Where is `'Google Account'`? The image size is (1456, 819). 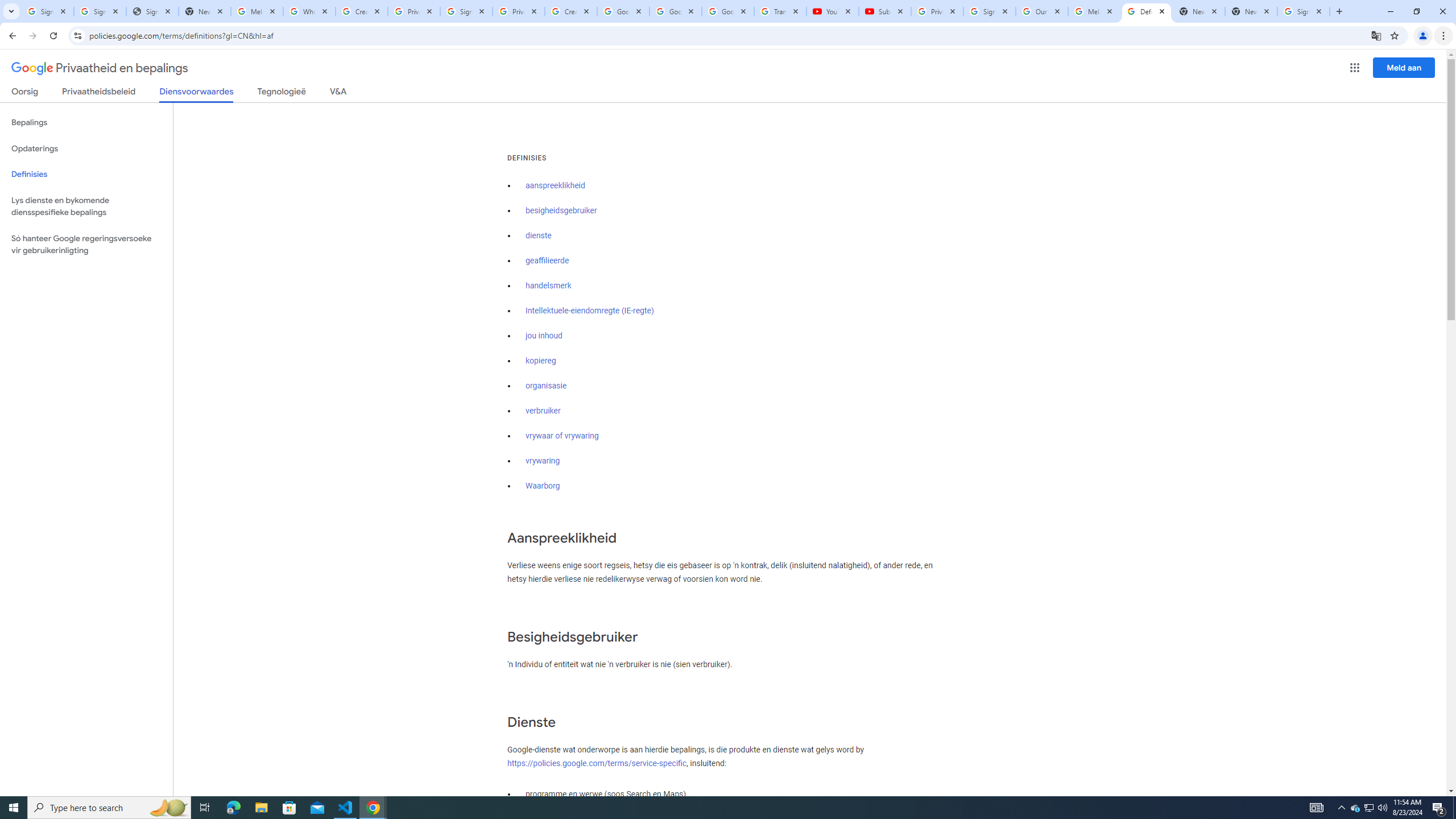 'Google Account' is located at coordinates (728, 11).